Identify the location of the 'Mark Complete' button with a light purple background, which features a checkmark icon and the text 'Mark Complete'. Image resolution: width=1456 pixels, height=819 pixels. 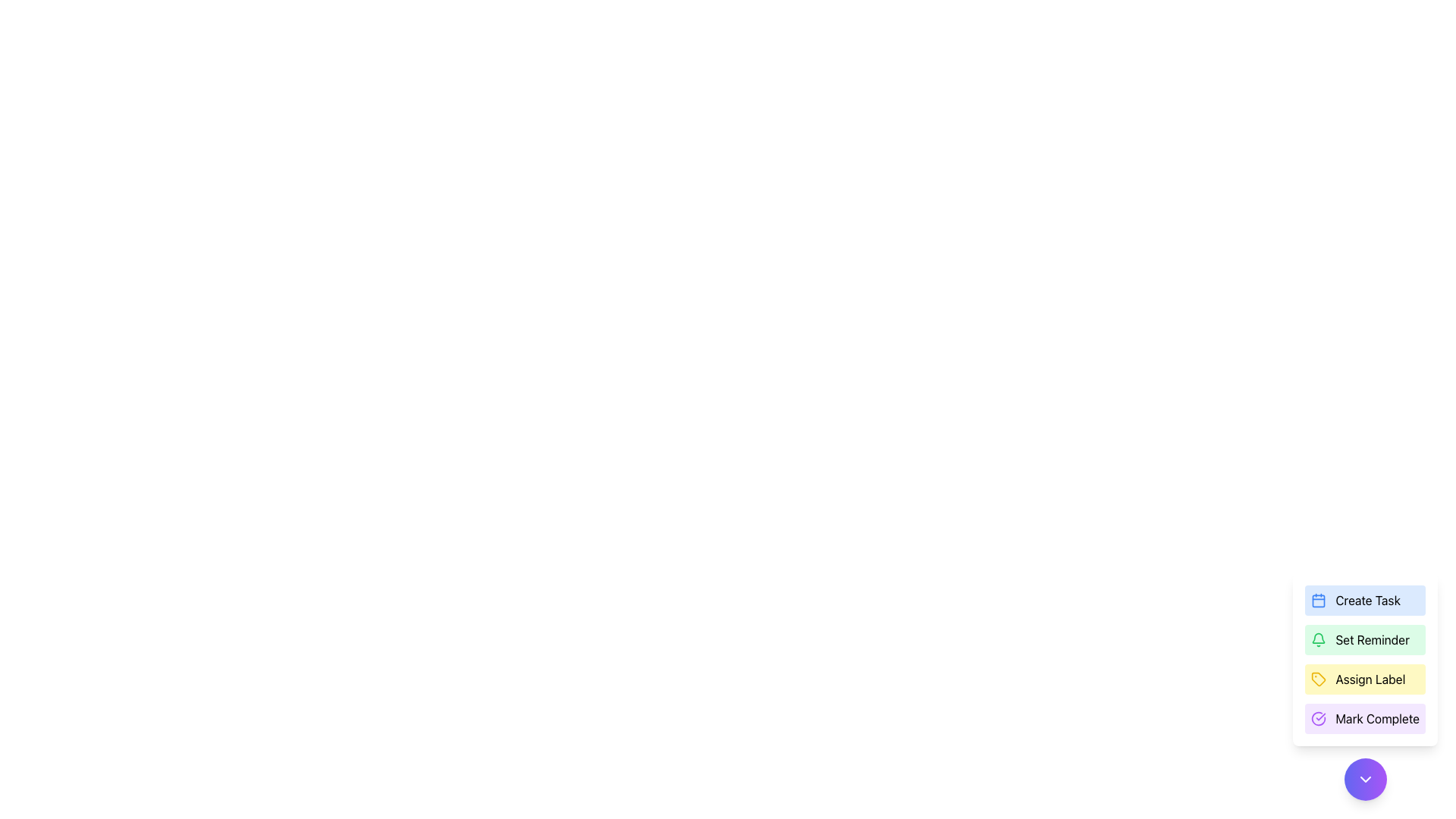
(1365, 718).